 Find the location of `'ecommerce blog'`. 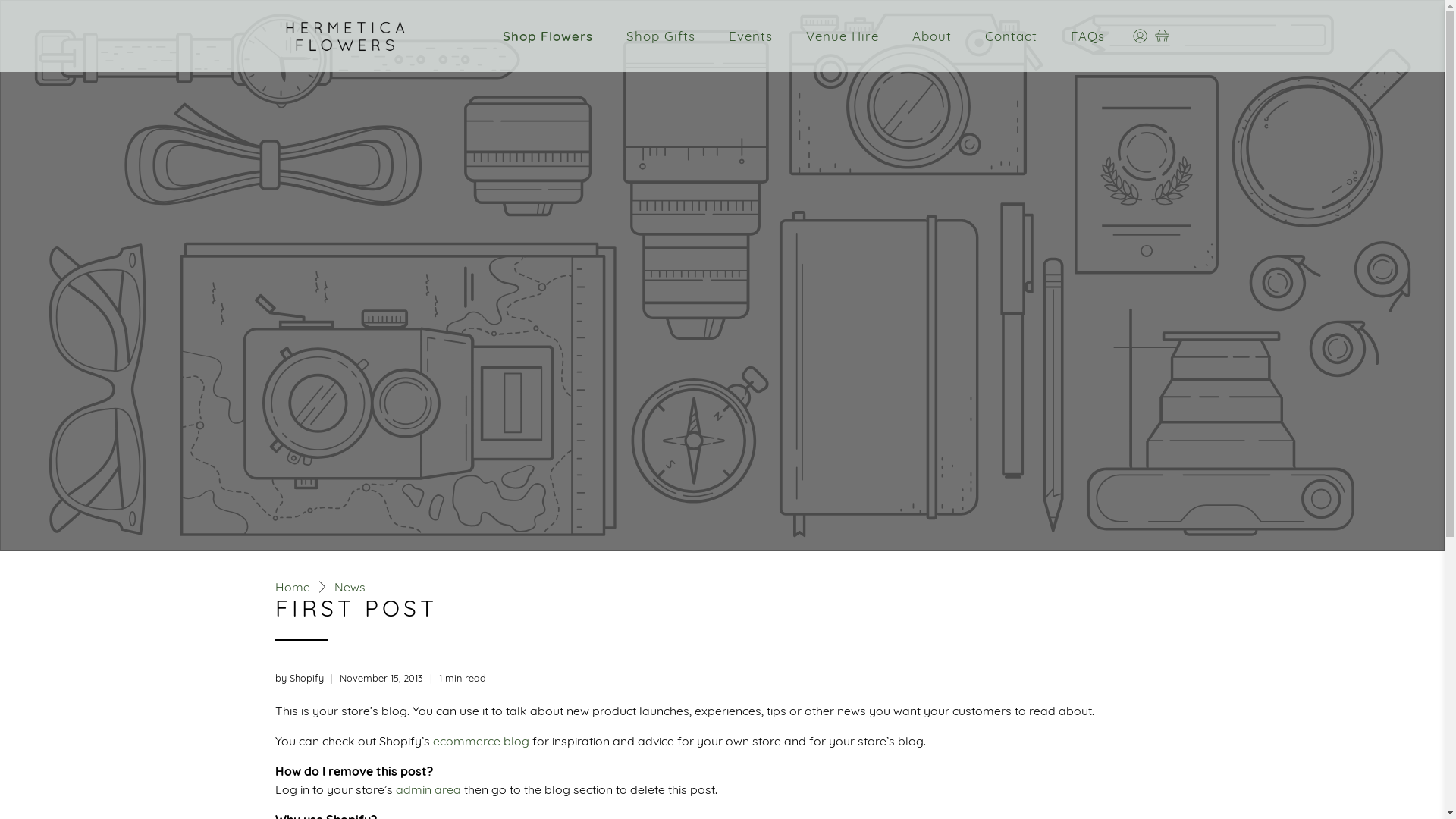

'ecommerce blog' is located at coordinates (479, 739).